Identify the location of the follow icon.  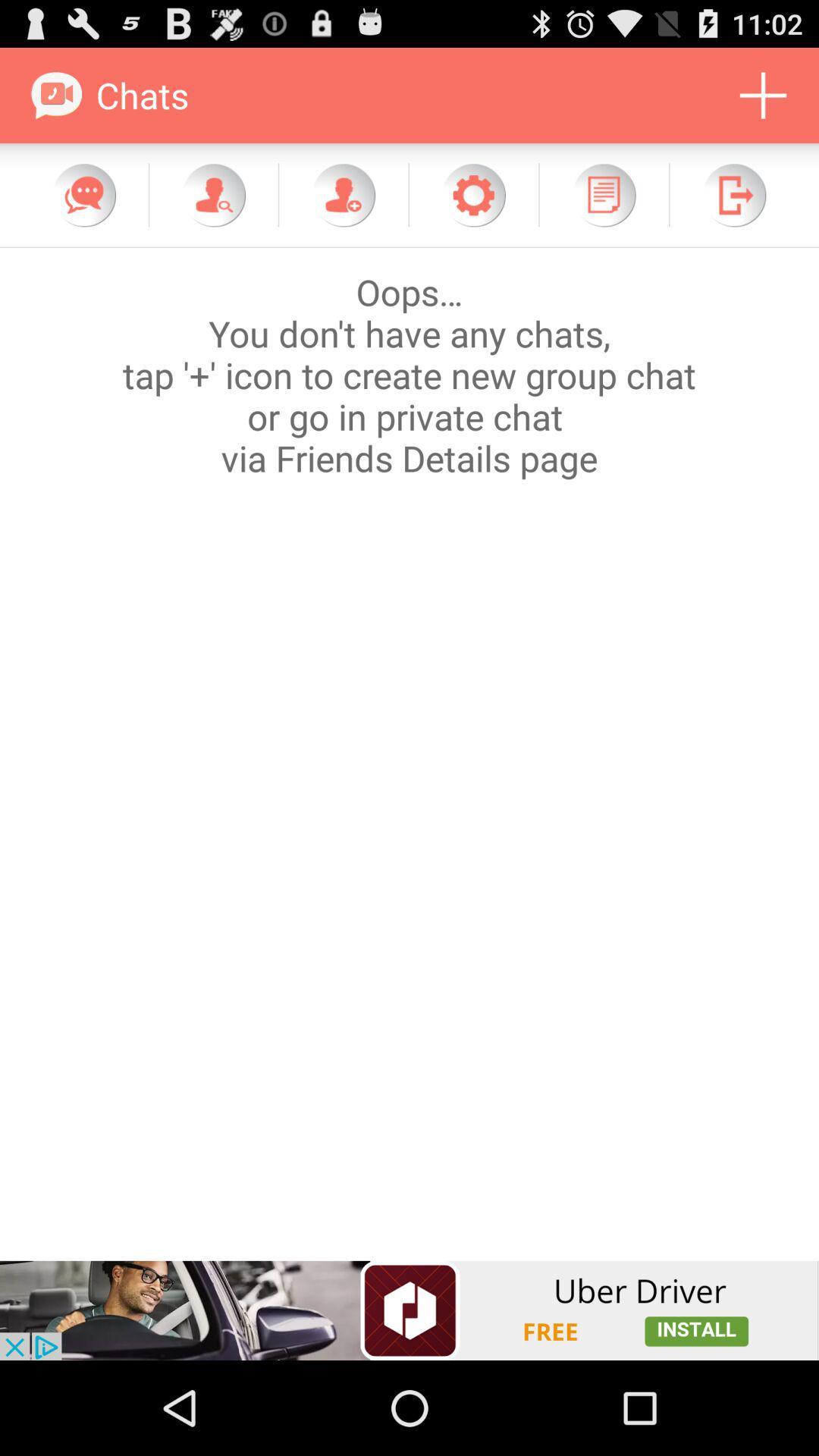
(343, 208).